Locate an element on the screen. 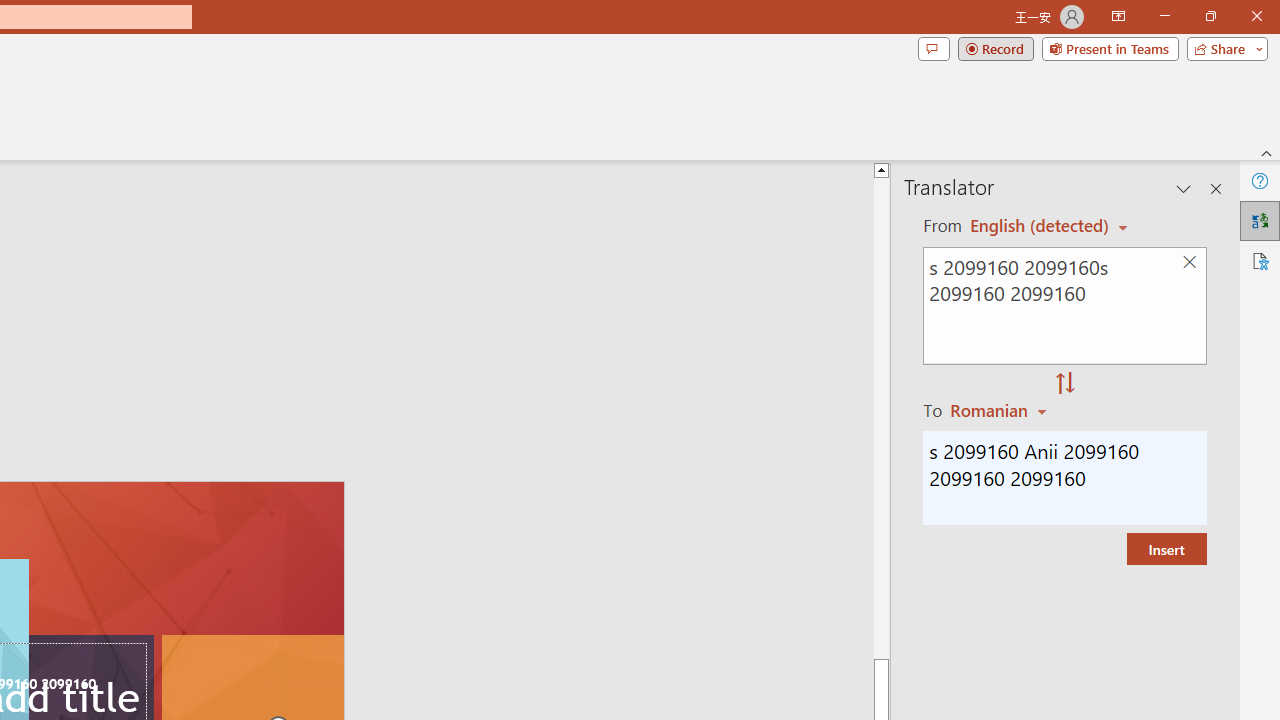 The height and width of the screenshot is (720, 1280). 'Clear text' is located at coordinates (1189, 262).